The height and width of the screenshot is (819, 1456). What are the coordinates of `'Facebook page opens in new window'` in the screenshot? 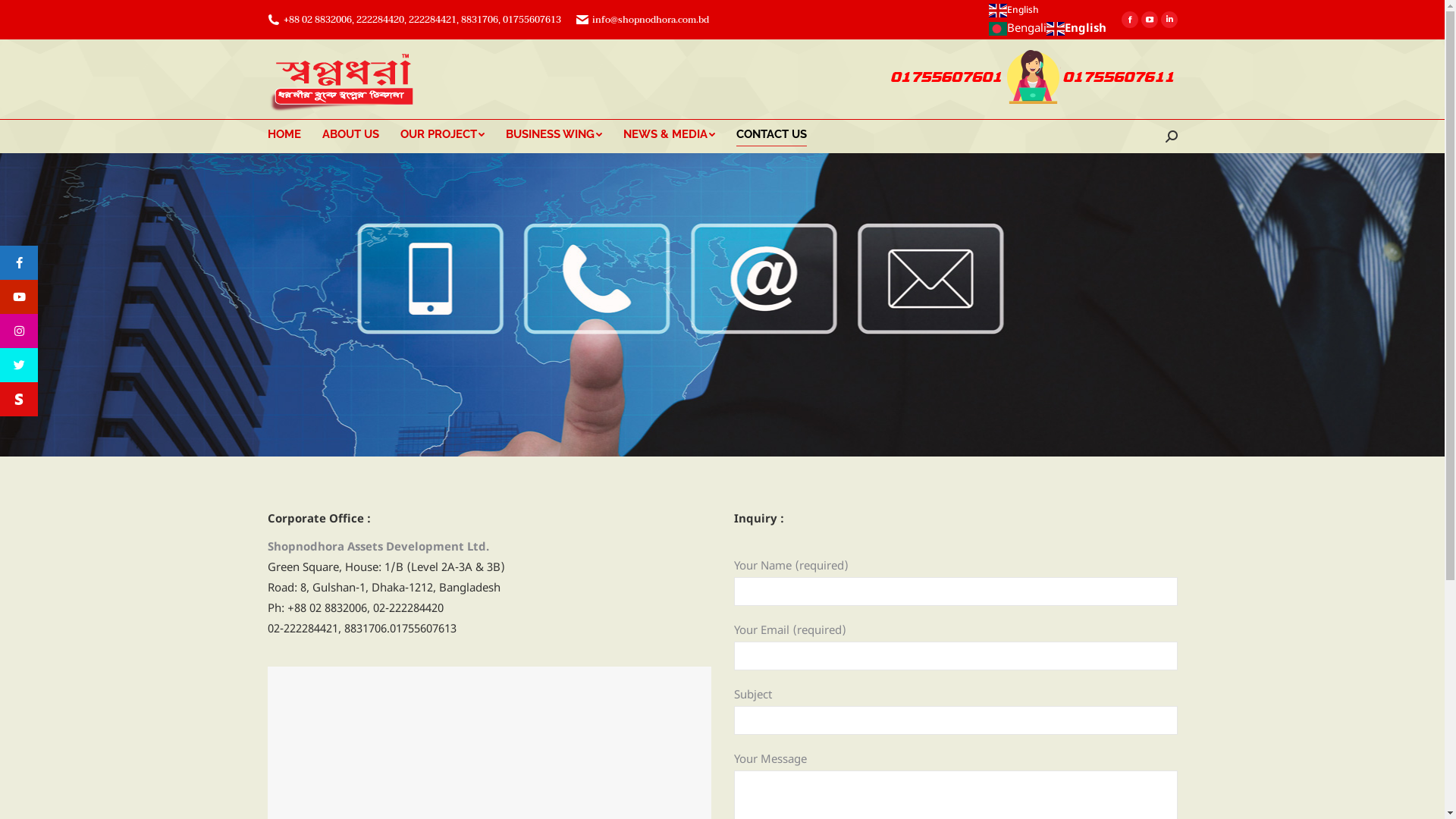 It's located at (1121, 20).